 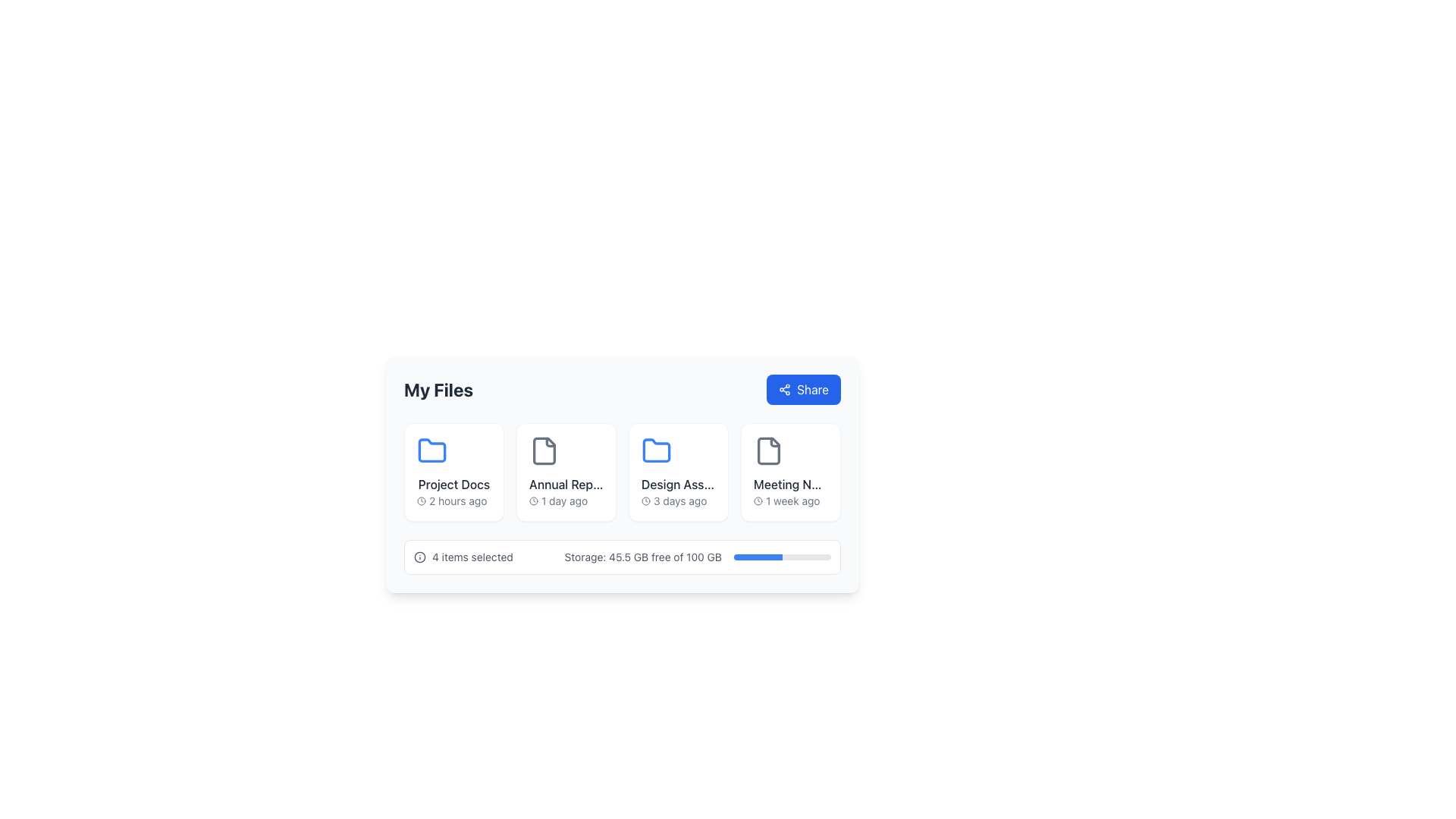 What do you see at coordinates (645, 500) in the screenshot?
I see `the icon that enhances the timestamp information '3 days ago', located to the immediate left of the text within the 'Design Assets' file card` at bounding box center [645, 500].